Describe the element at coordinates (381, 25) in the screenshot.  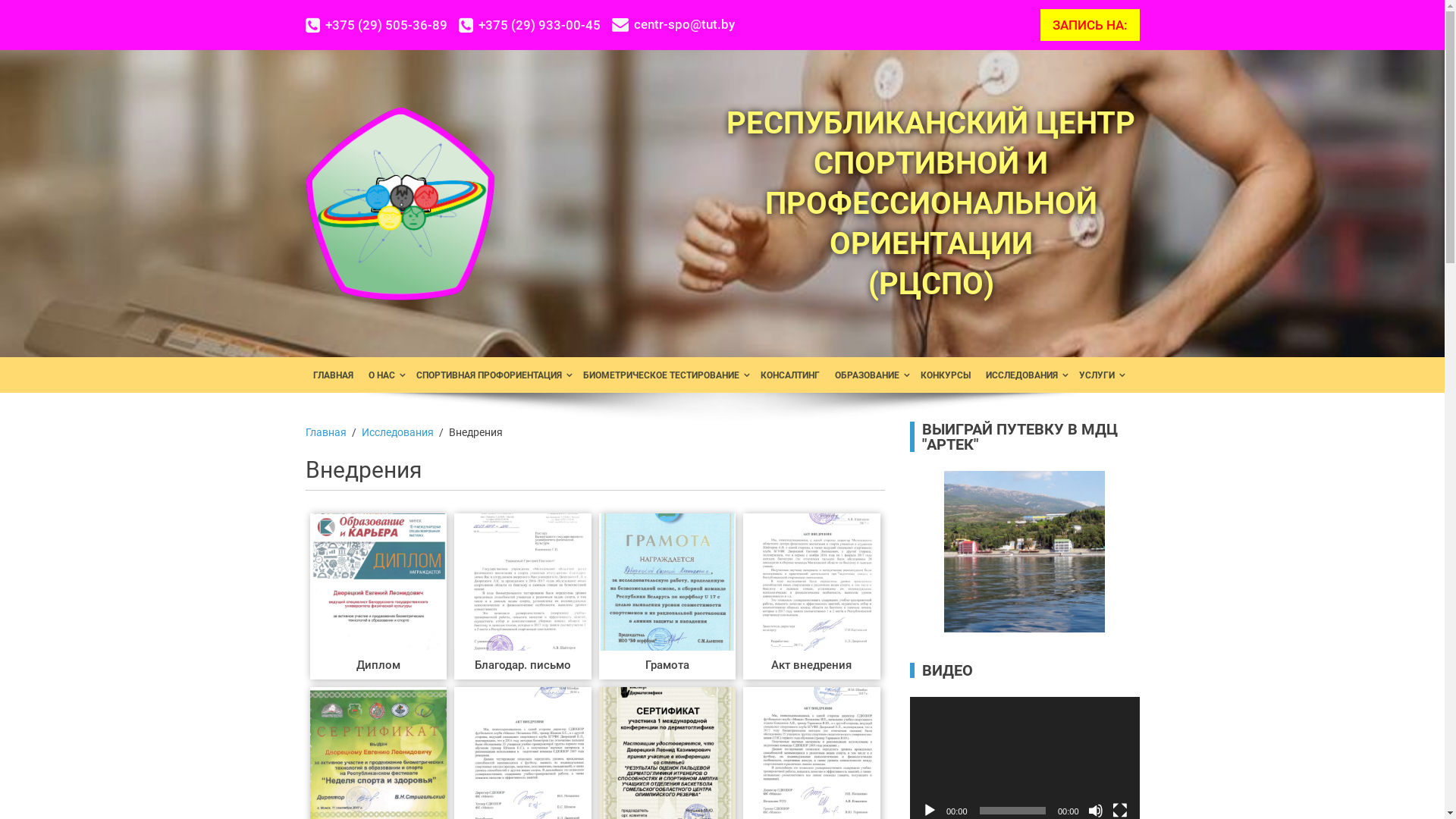
I see `'+375 (29) 505-36-89'` at that location.